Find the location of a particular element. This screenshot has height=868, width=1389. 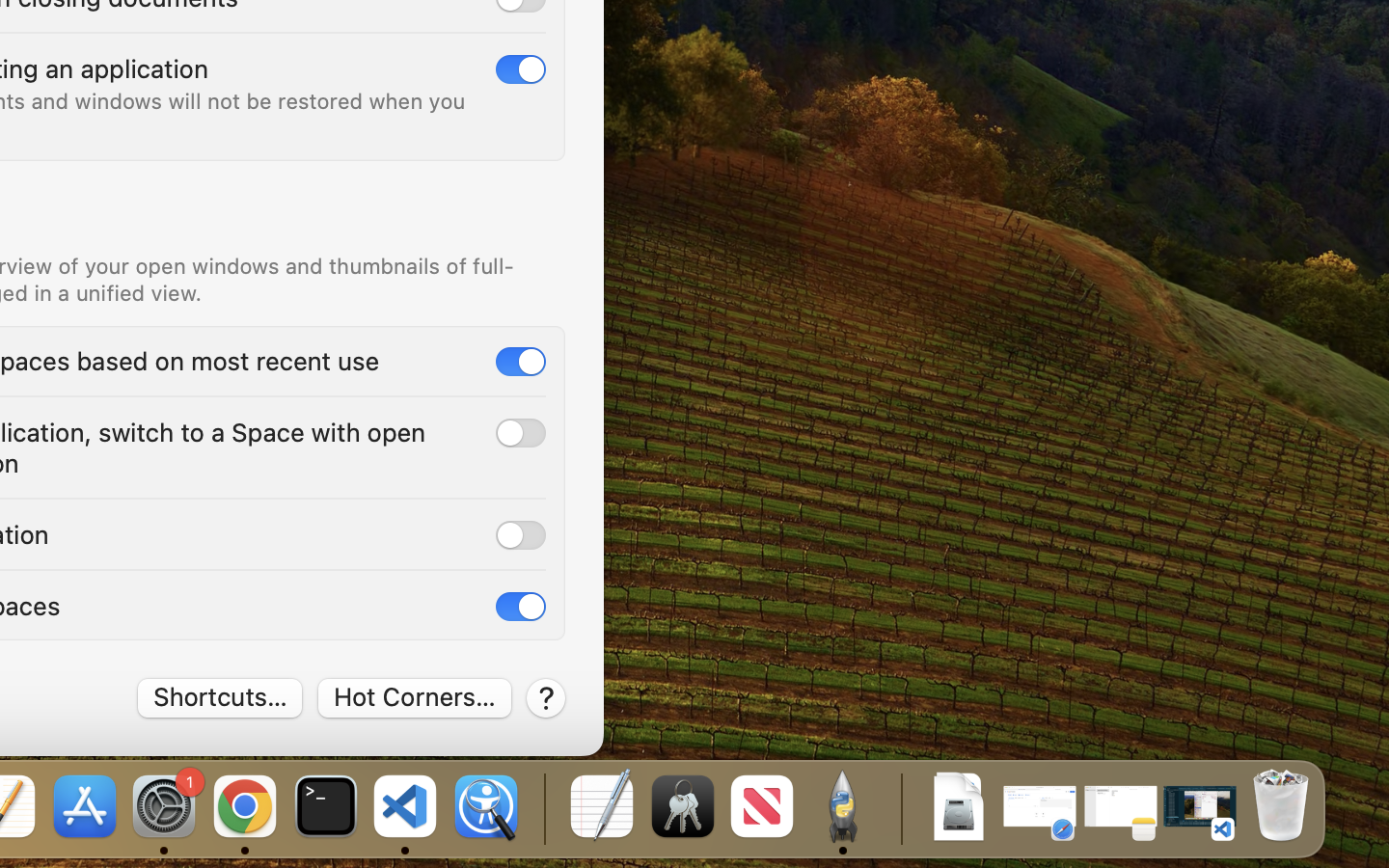

'0.4285714328289032' is located at coordinates (542, 807).